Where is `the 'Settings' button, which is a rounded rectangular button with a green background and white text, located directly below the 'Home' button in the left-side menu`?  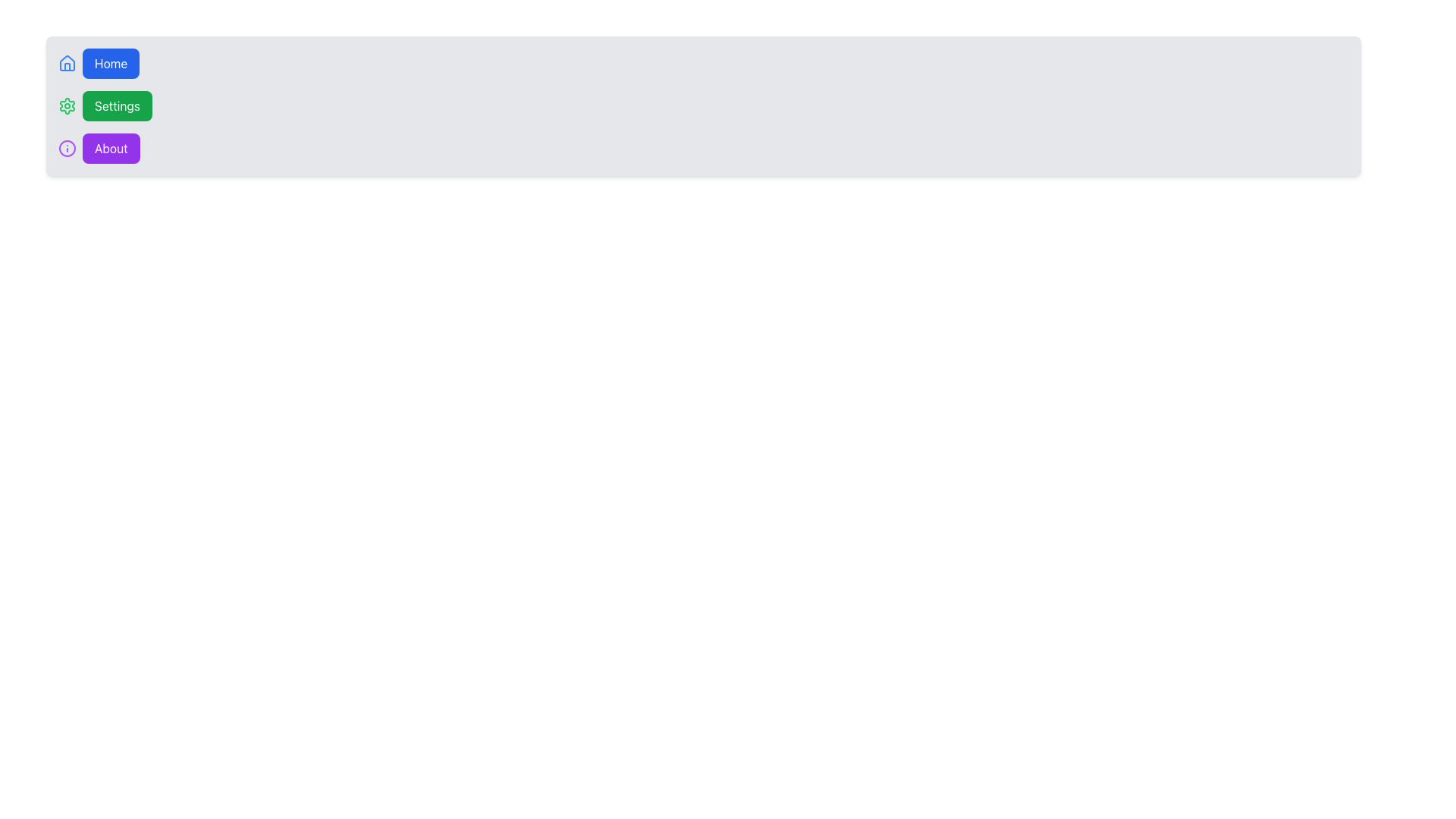 the 'Settings' button, which is a rounded rectangular button with a green background and white text, located directly below the 'Home' button in the left-side menu is located at coordinates (105, 105).